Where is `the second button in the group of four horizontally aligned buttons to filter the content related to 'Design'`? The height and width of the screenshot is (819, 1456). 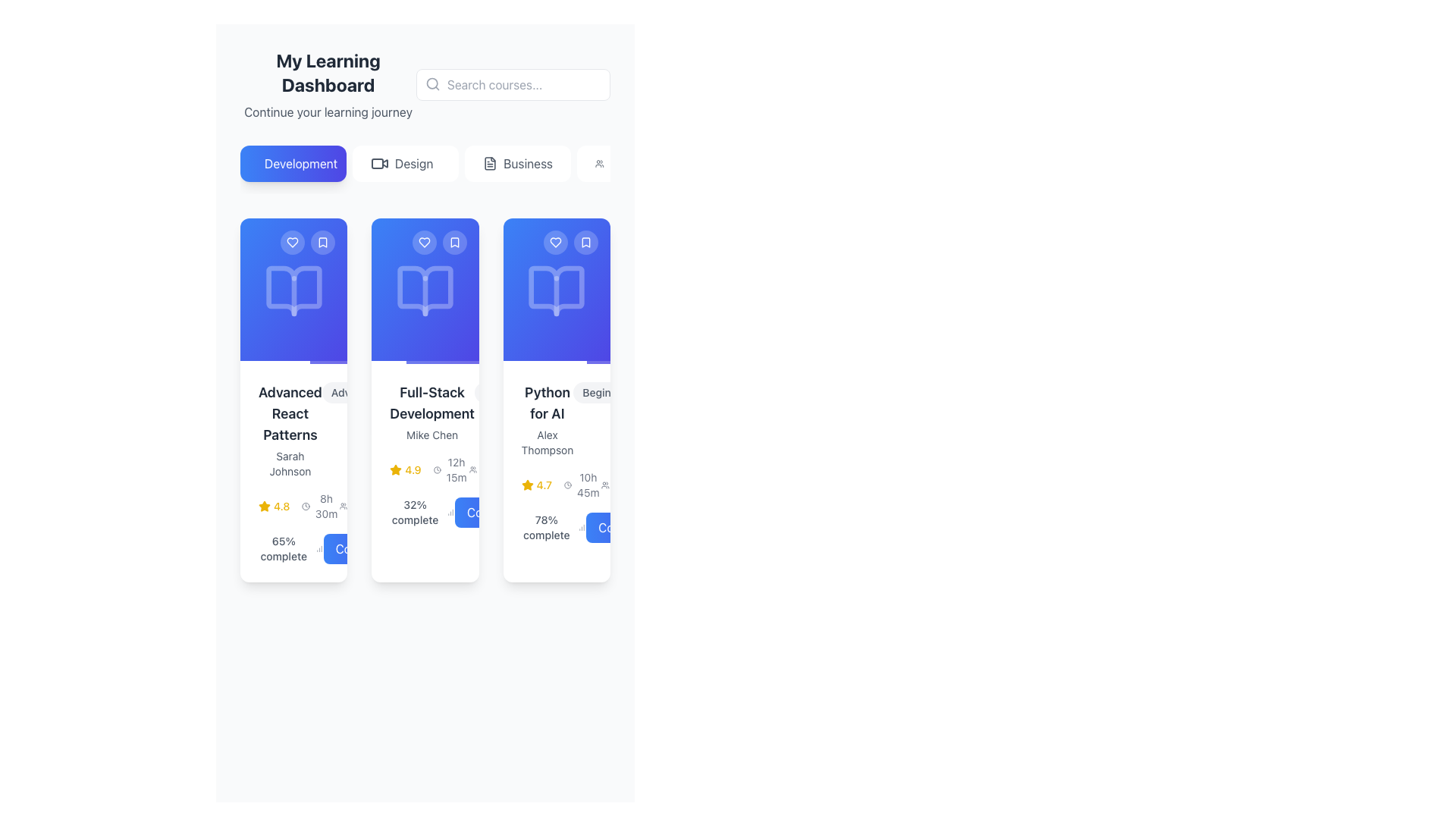
the second button in the group of four horizontally aligned buttons to filter the content related to 'Design' is located at coordinates (425, 169).